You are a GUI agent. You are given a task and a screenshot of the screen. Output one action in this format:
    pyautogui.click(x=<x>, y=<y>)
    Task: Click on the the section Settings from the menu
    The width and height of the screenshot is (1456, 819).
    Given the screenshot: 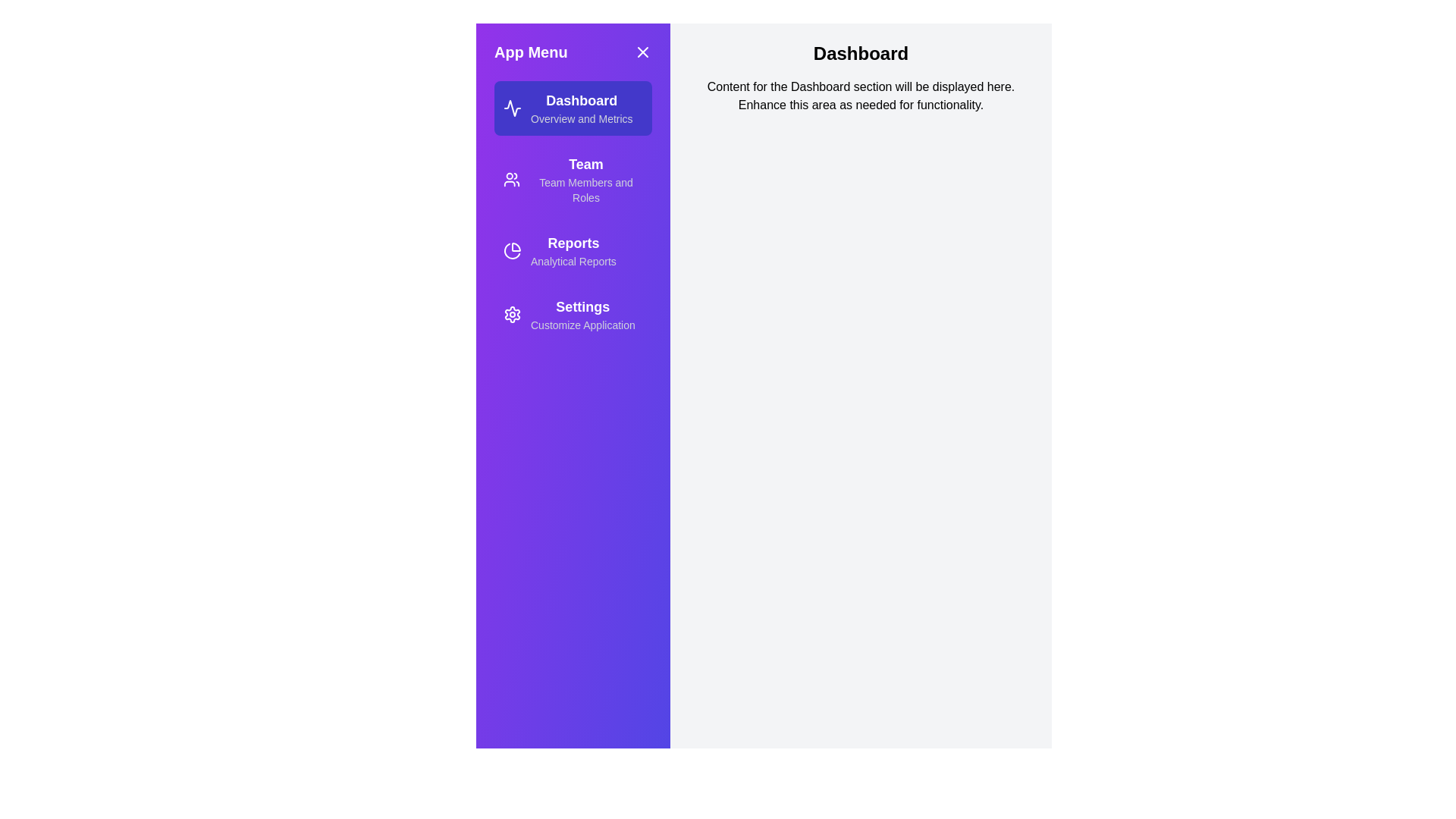 What is the action you would take?
    pyautogui.click(x=572, y=314)
    